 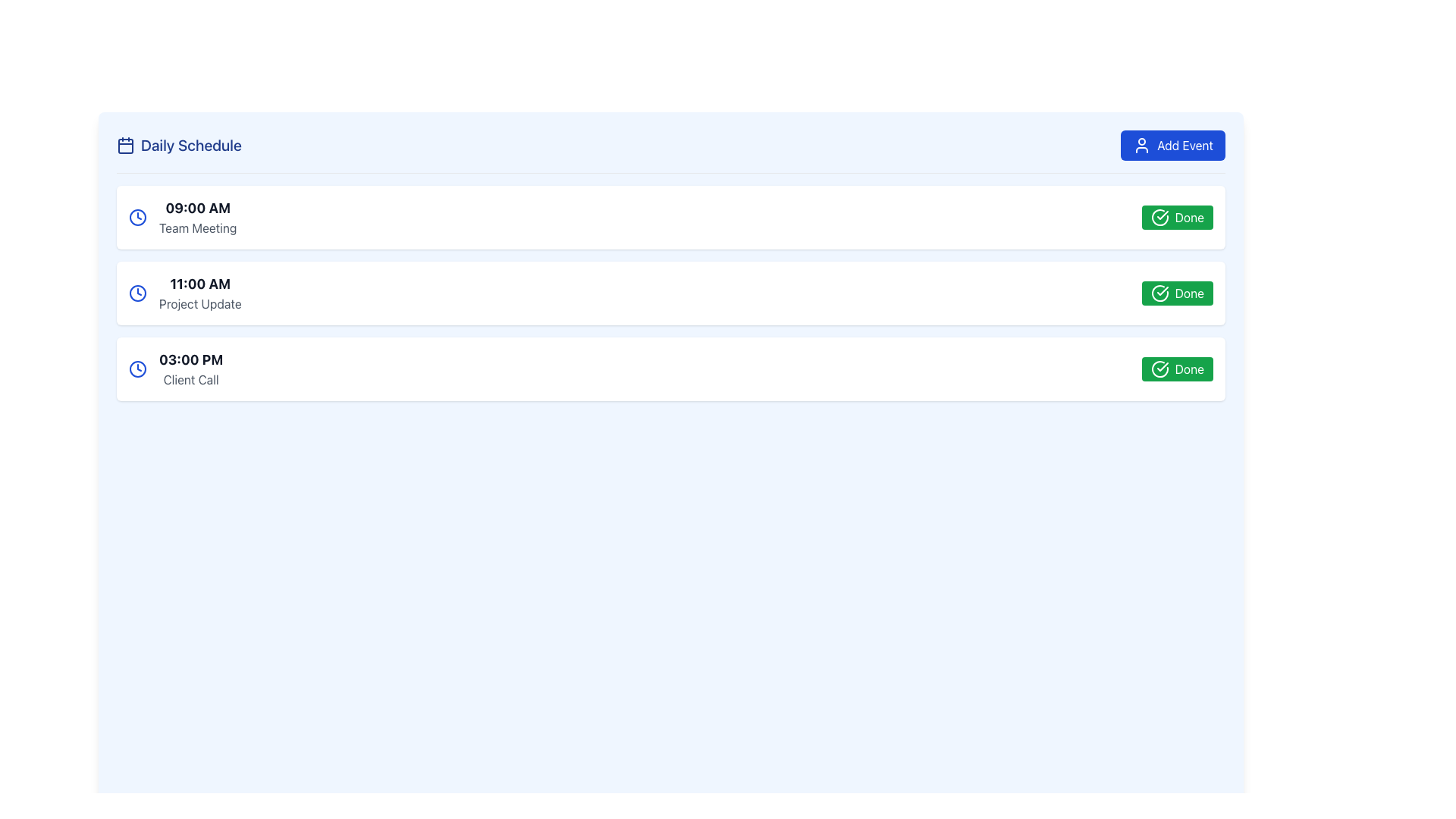 What do you see at coordinates (196, 217) in the screenshot?
I see `the text label displaying '09:00 AM' at the top of the event entry under 'Daily Schedule' to possibly trigger additional details or actions` at bounding box center [196, 217].